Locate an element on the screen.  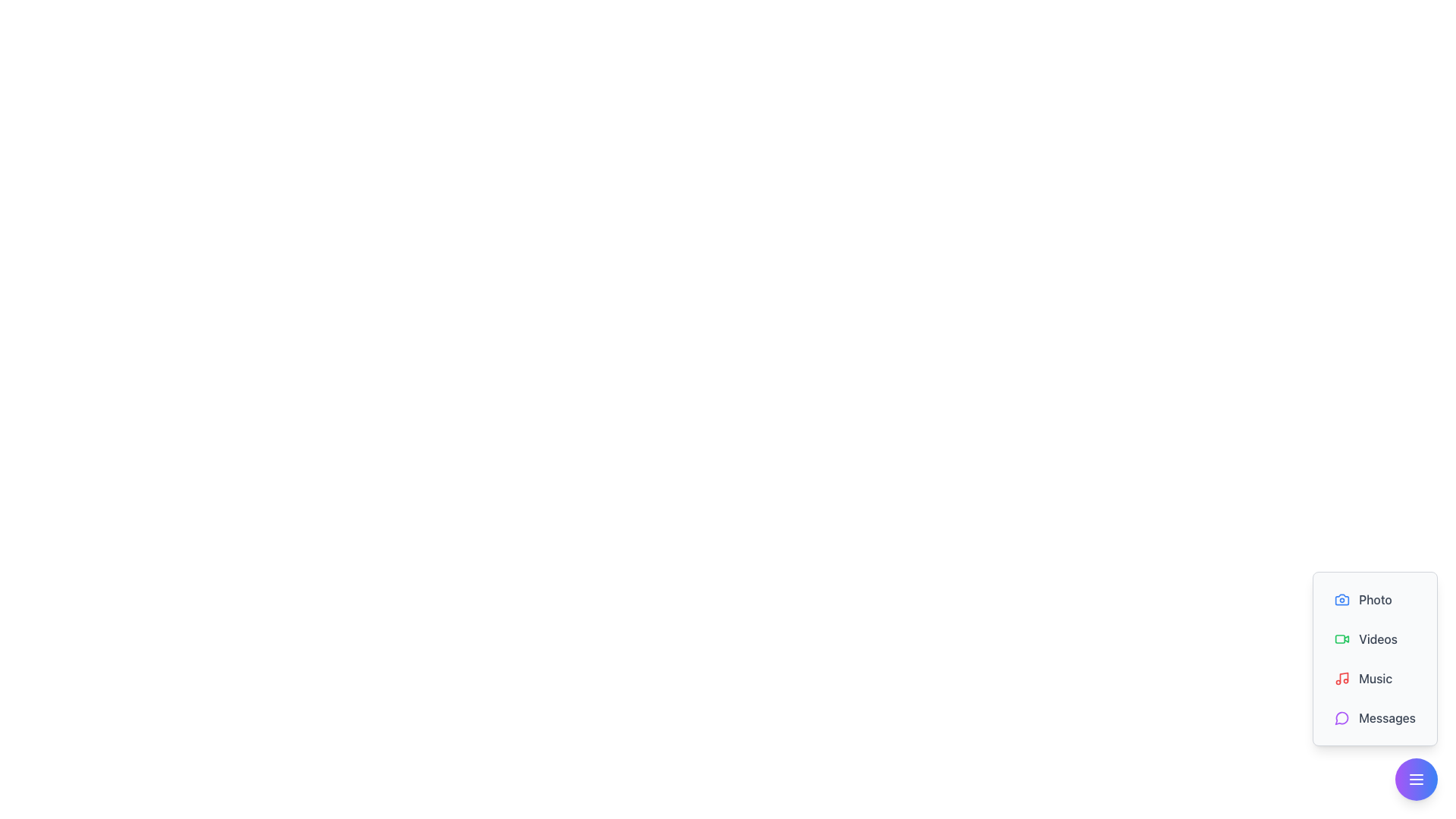
the red music icon in the 'Music' menu, which is the leftmost icon in the vertical list of options including 'Photo' and 'Videos' is located at coordinates (1342, 677).